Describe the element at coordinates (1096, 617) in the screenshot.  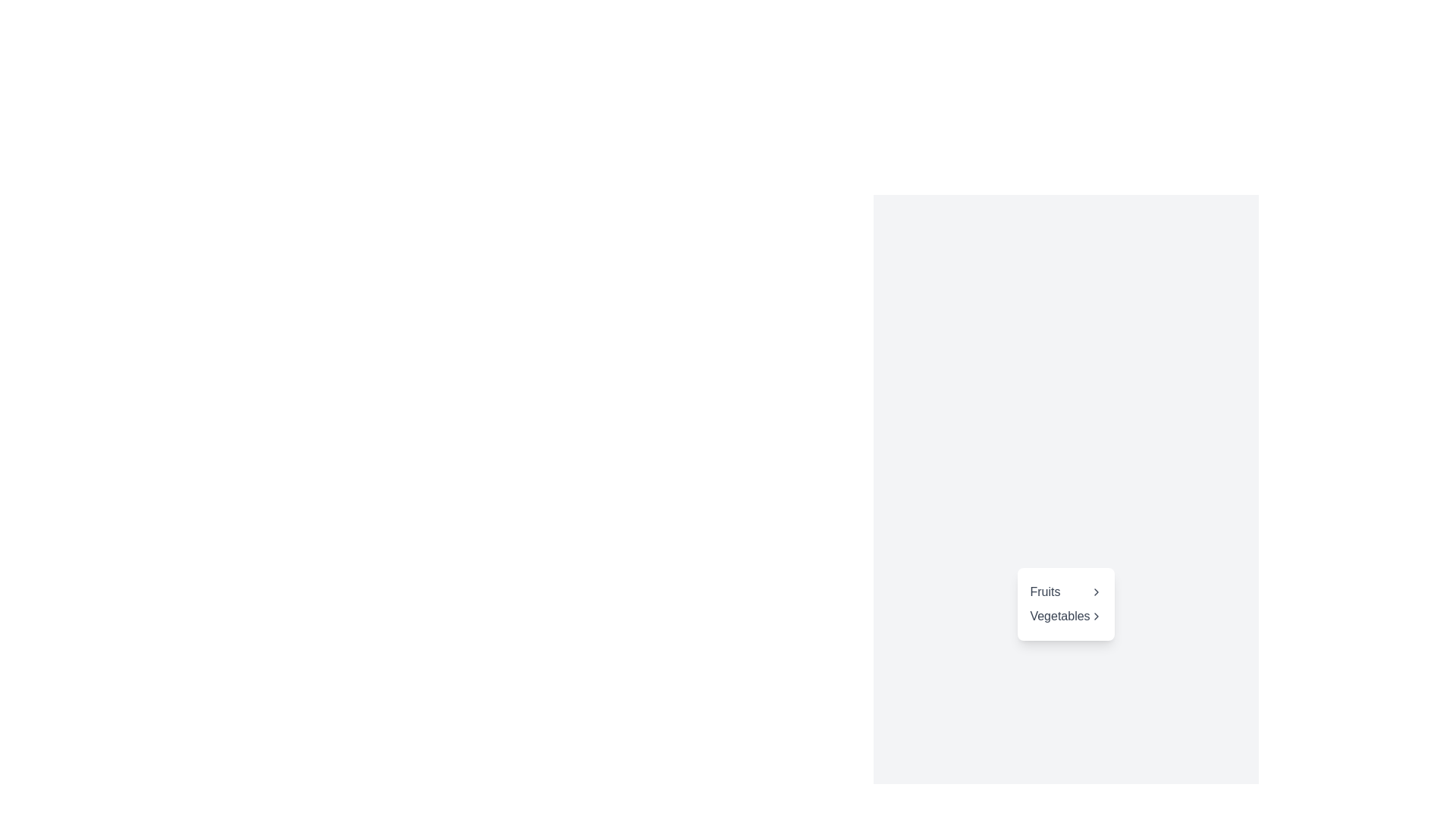
I see `the rightward-pointing chevron icon located to the right of the 'Vegetables' text in the menu` at that location.